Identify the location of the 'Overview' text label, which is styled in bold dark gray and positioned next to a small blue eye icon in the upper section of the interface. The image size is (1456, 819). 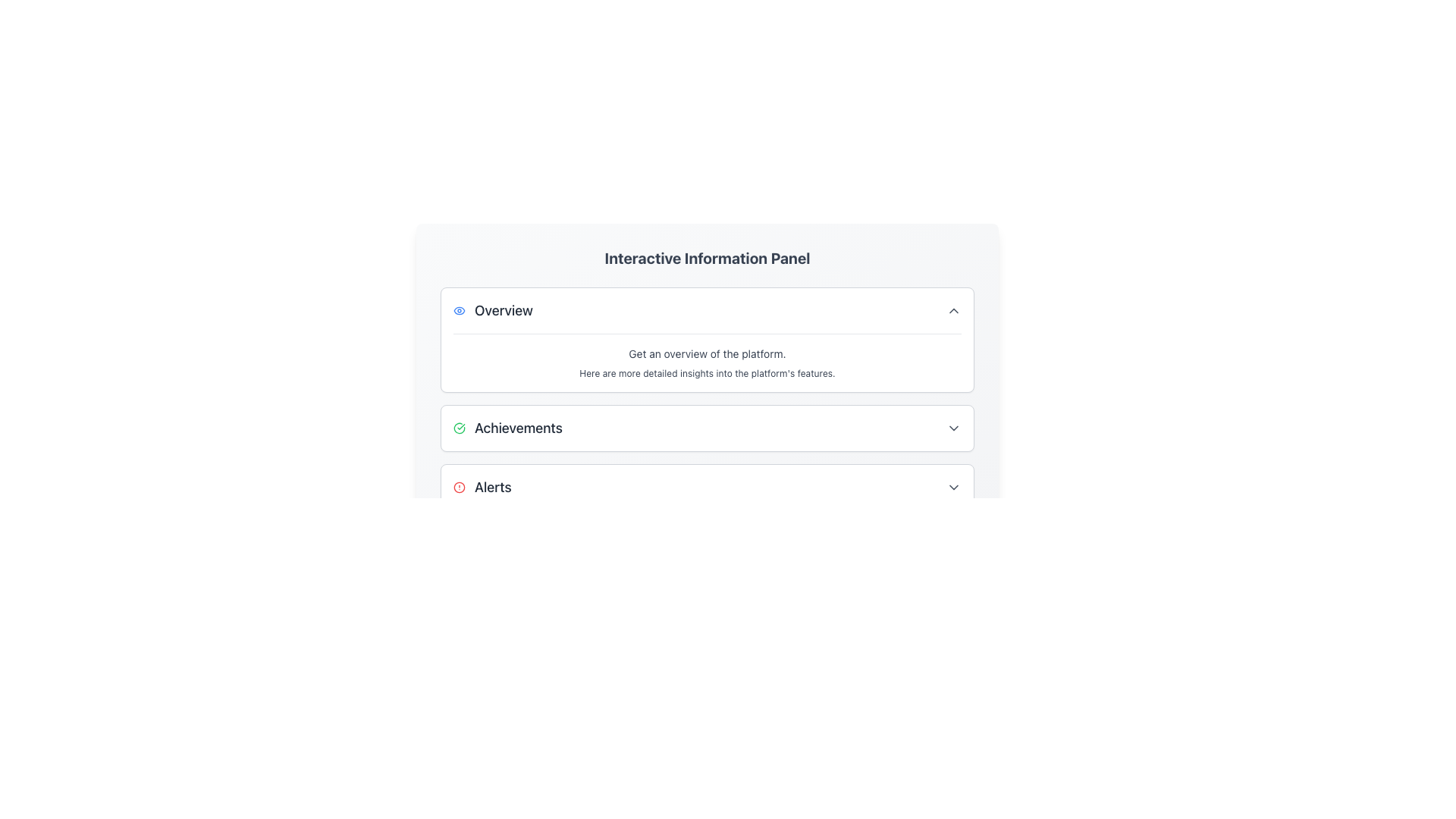
(504, 309).